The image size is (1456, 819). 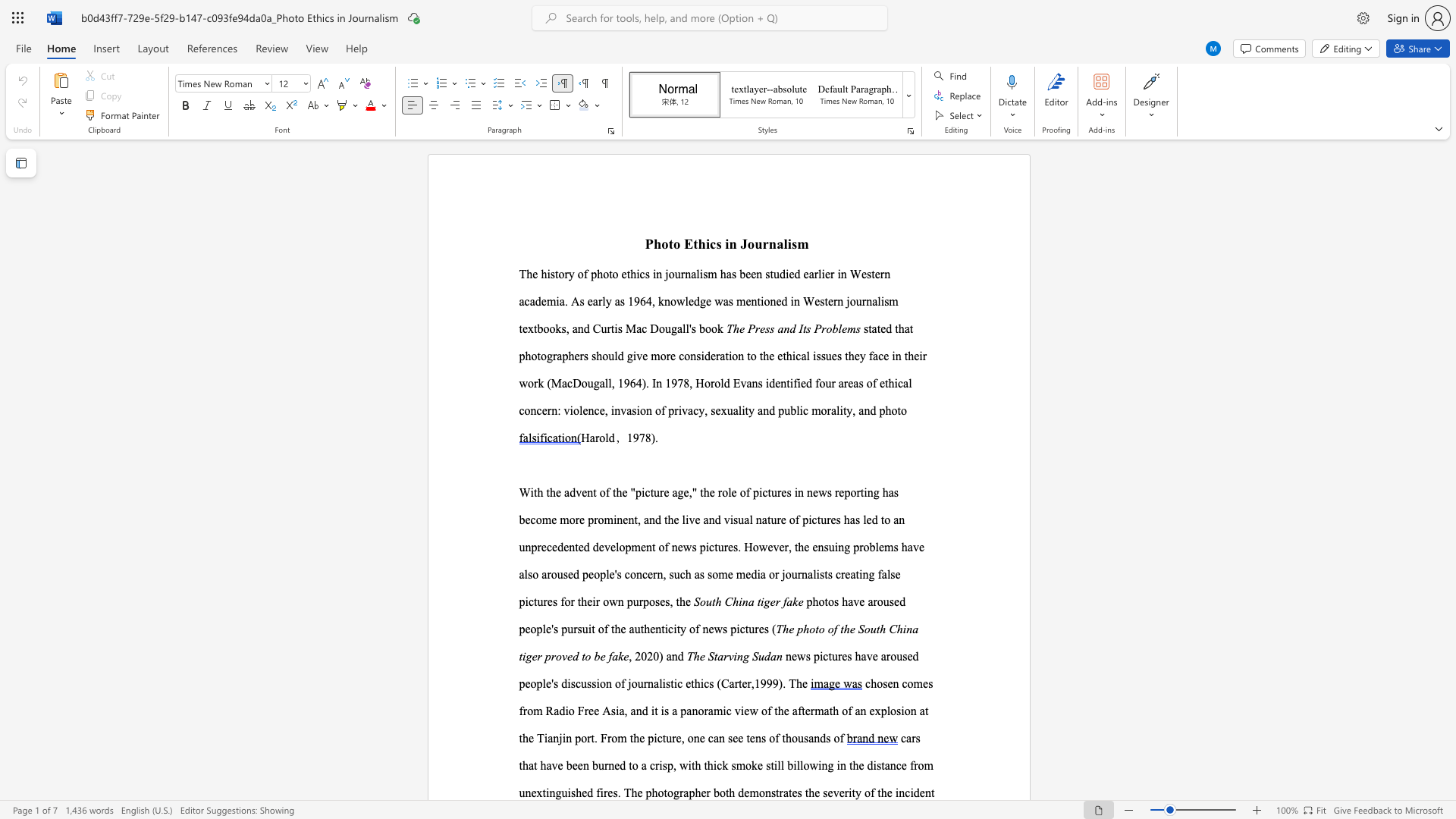 I want to click on the 1th character "a" in the text, so click(x=591, y=438).